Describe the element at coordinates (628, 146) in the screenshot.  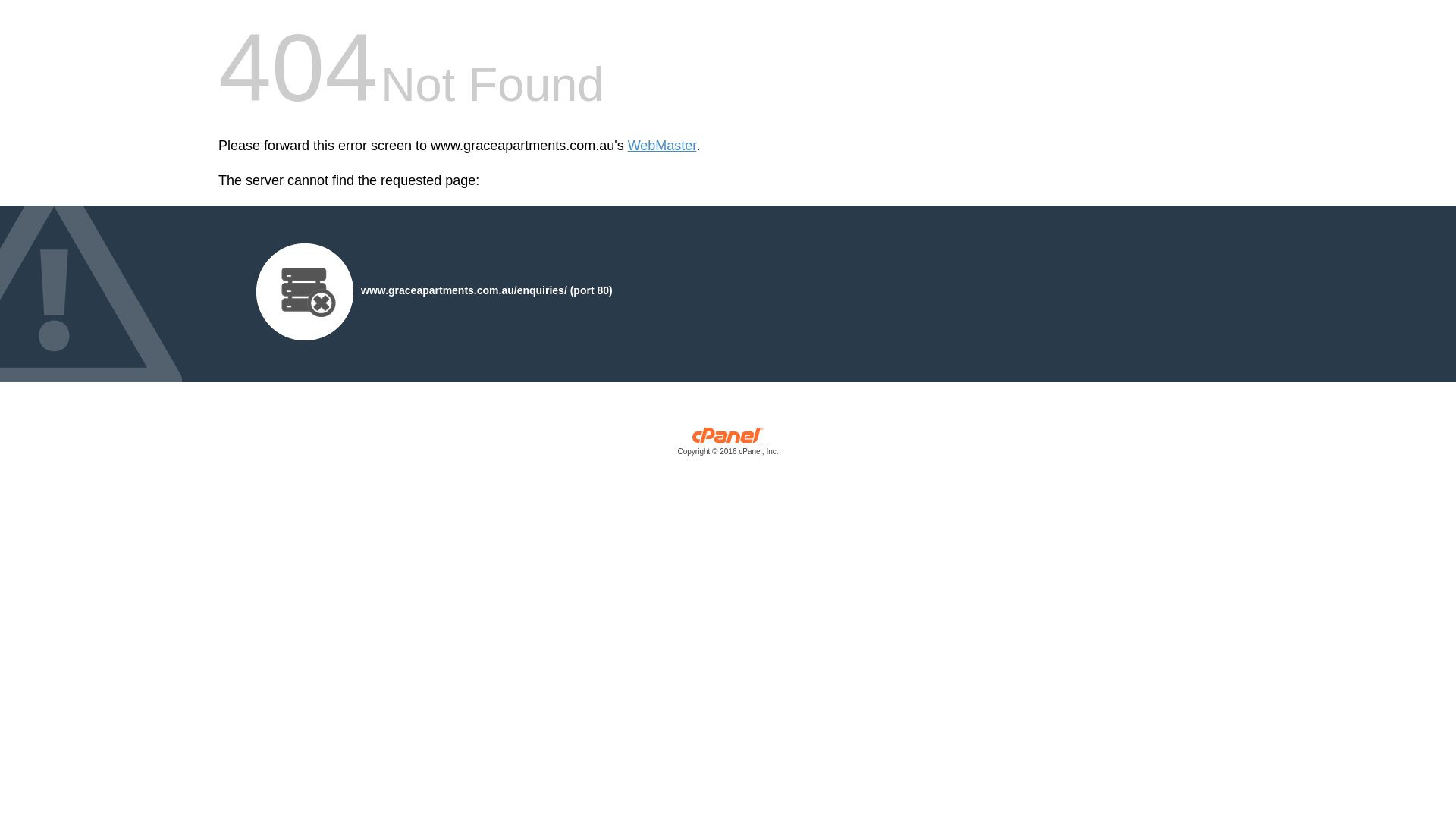
I see `'WebMaster'` at that location.